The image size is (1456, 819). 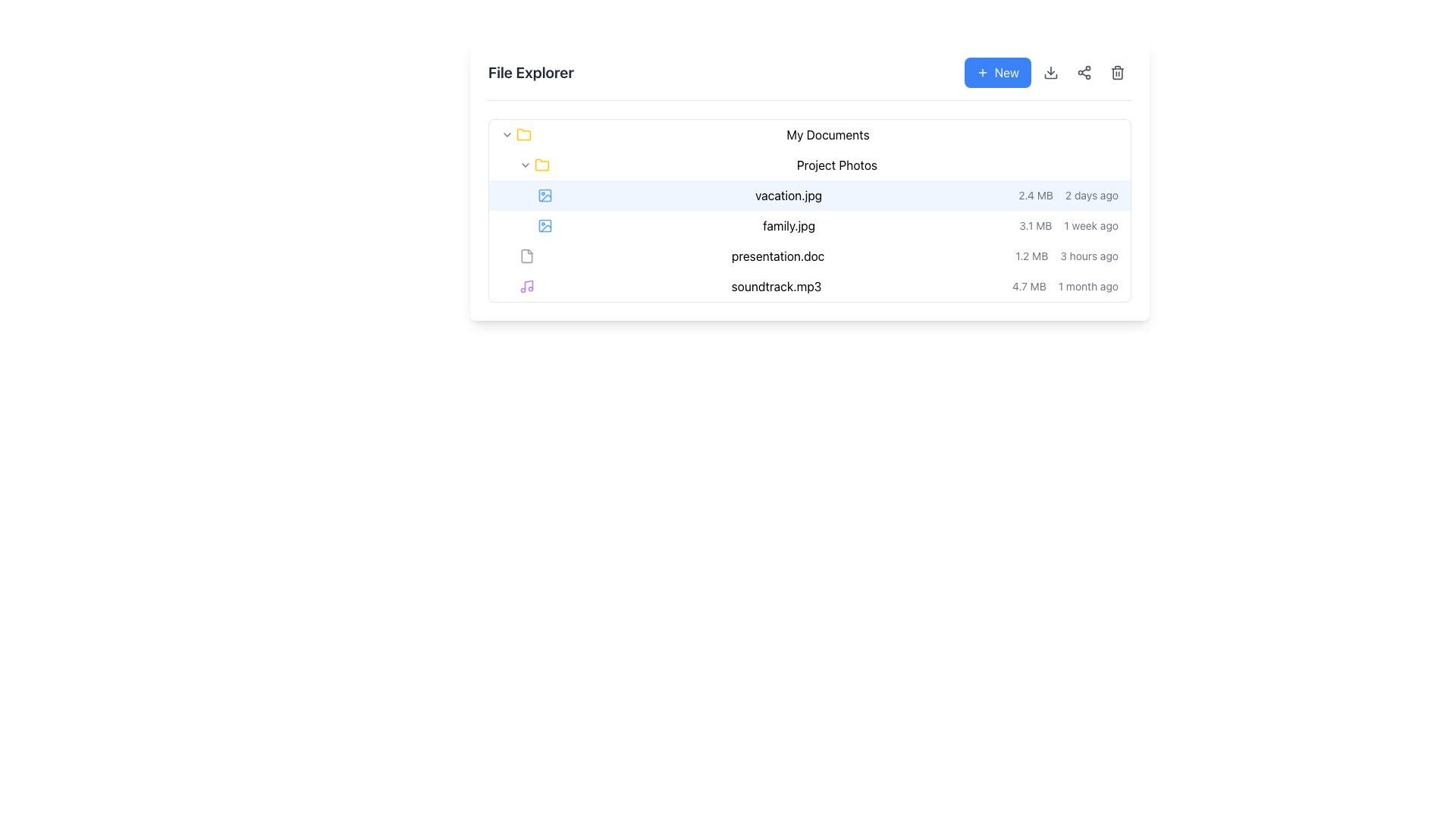 I want to click on the downward arrow icon button, which is styled in grayscale and located immediately to the right of the blue 'New' button, so click(x=1046, y=73).